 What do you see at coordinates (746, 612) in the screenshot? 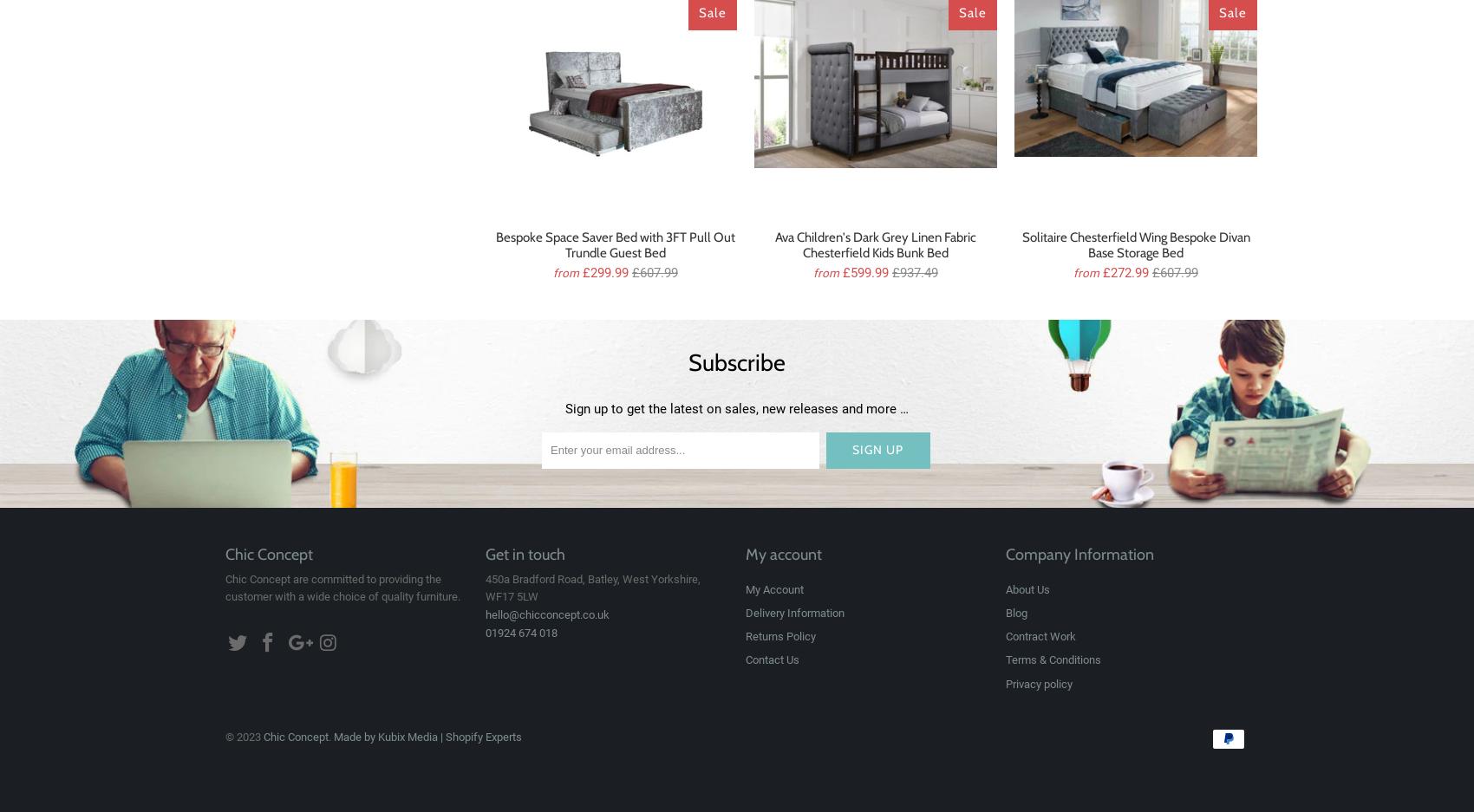
I see `'Delivery Information'` at bounding box center [746, 612].